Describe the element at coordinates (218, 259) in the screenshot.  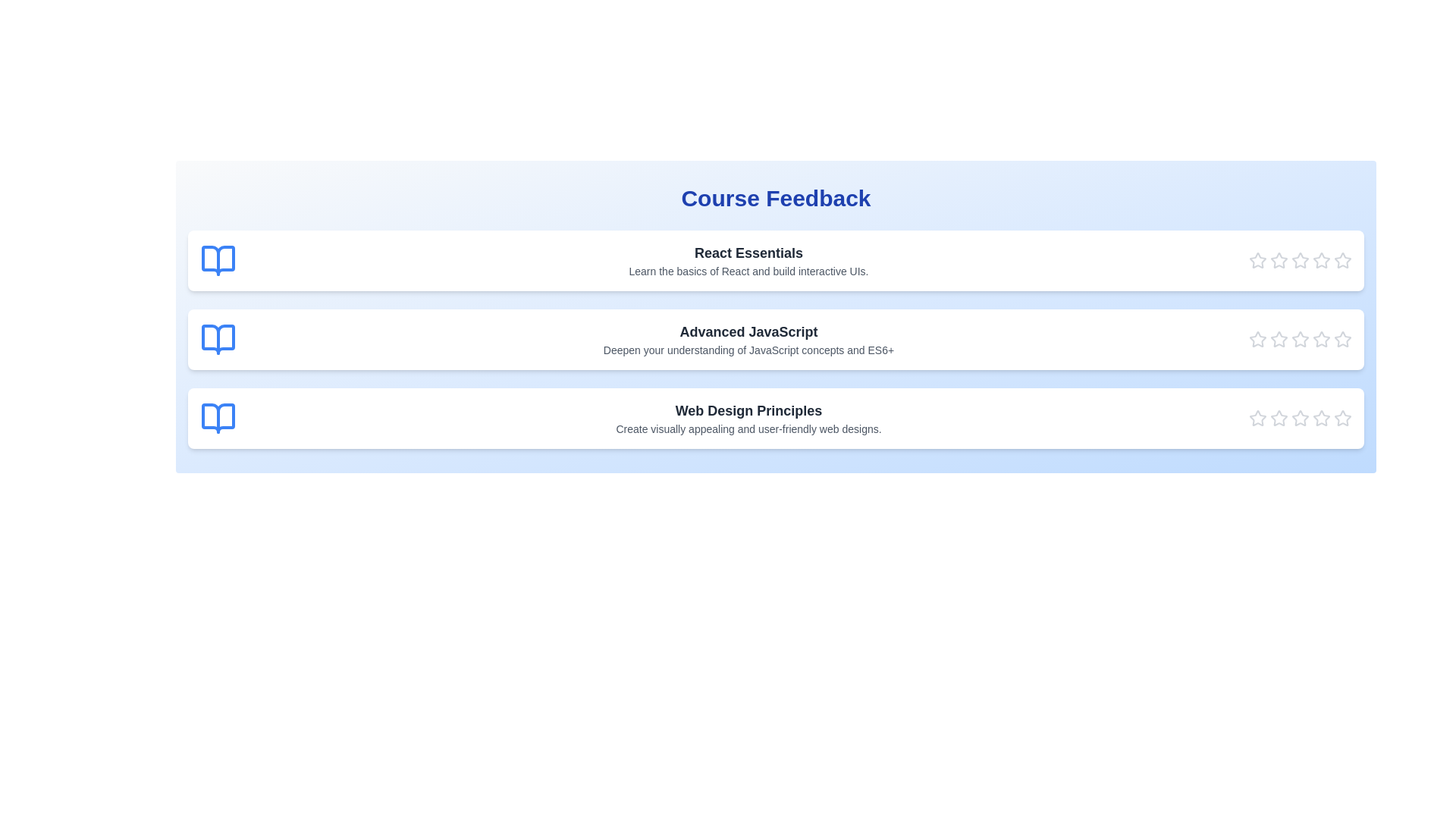
I see `the book icon next to the course title to view its design` at that location.